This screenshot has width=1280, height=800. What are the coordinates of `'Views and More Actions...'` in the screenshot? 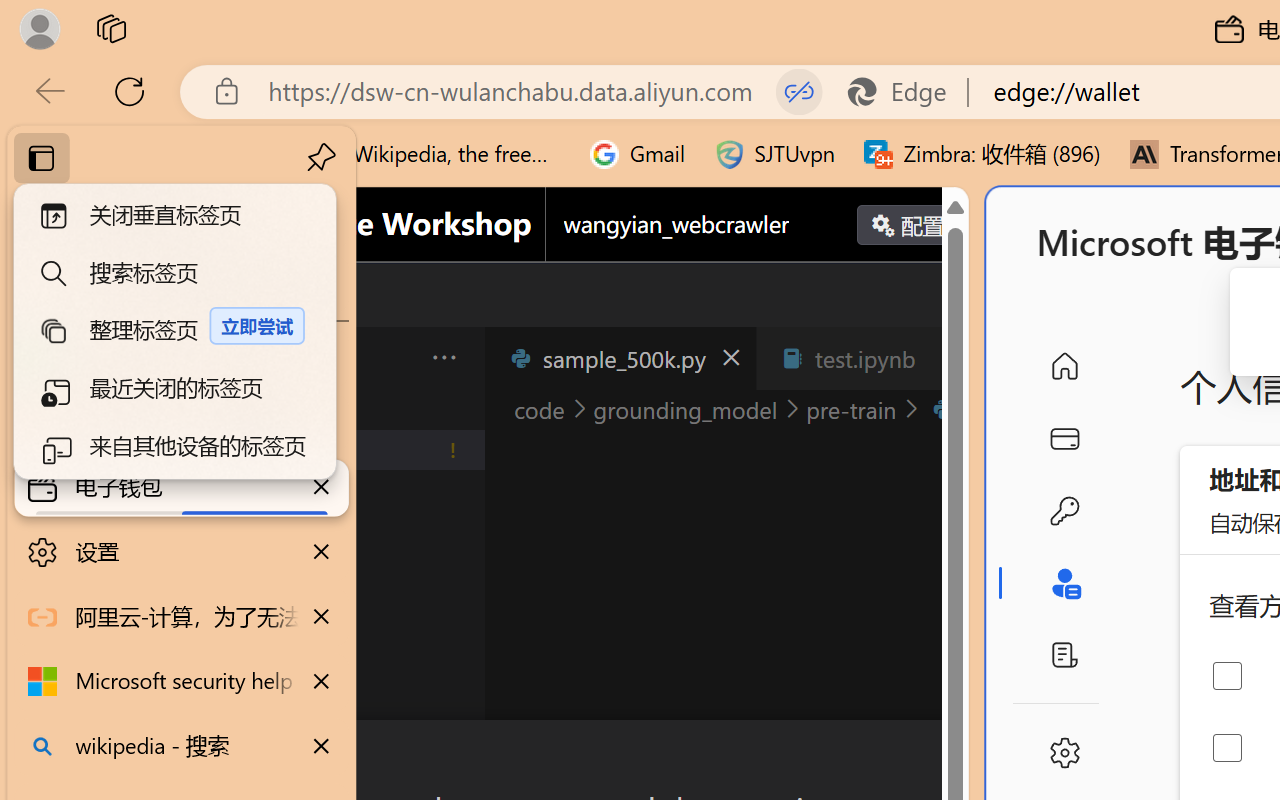 It's located at (441, 357).